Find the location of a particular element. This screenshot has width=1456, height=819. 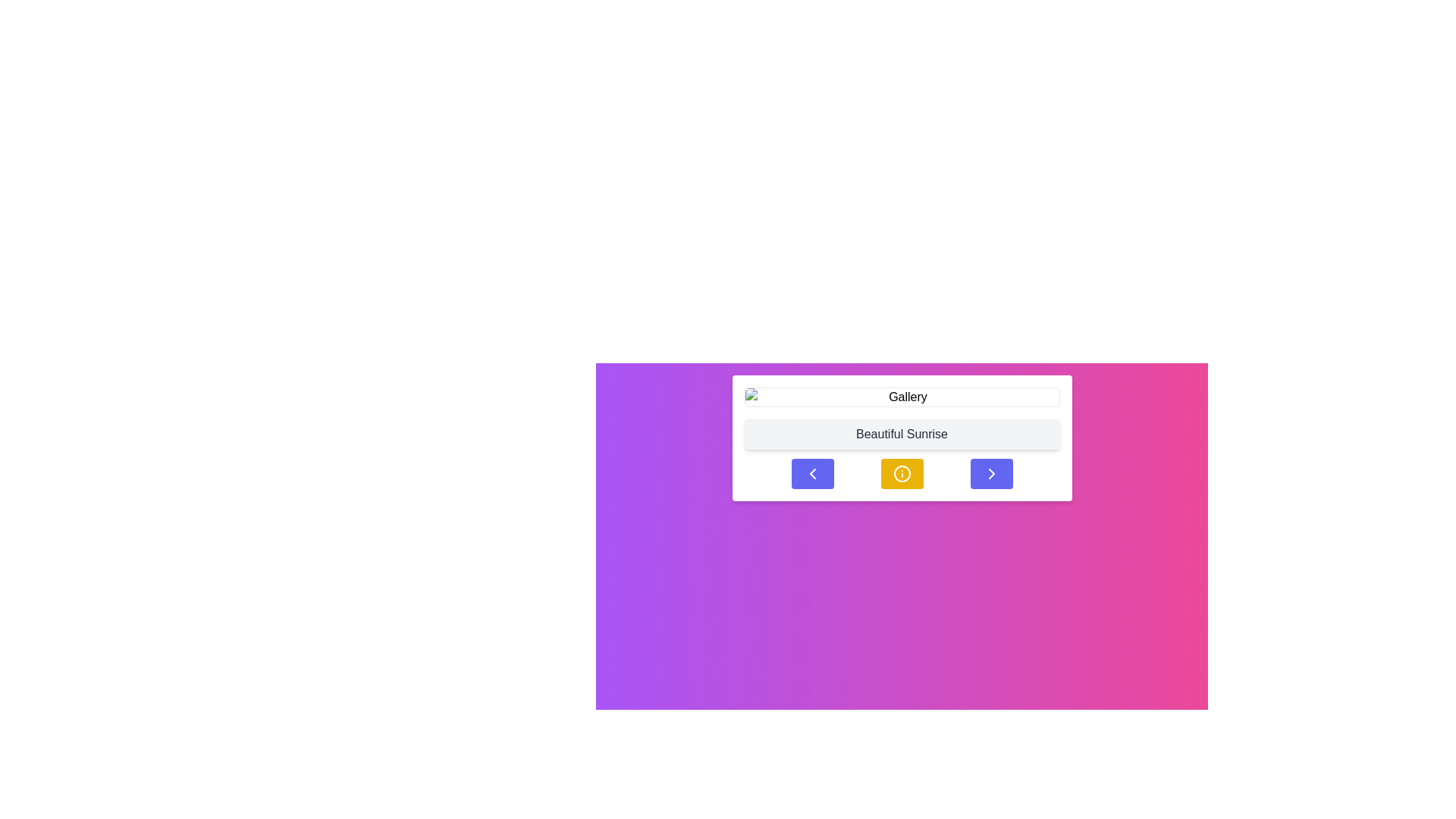

the backward navigation button with an icon is located at coordinates (811, 472).